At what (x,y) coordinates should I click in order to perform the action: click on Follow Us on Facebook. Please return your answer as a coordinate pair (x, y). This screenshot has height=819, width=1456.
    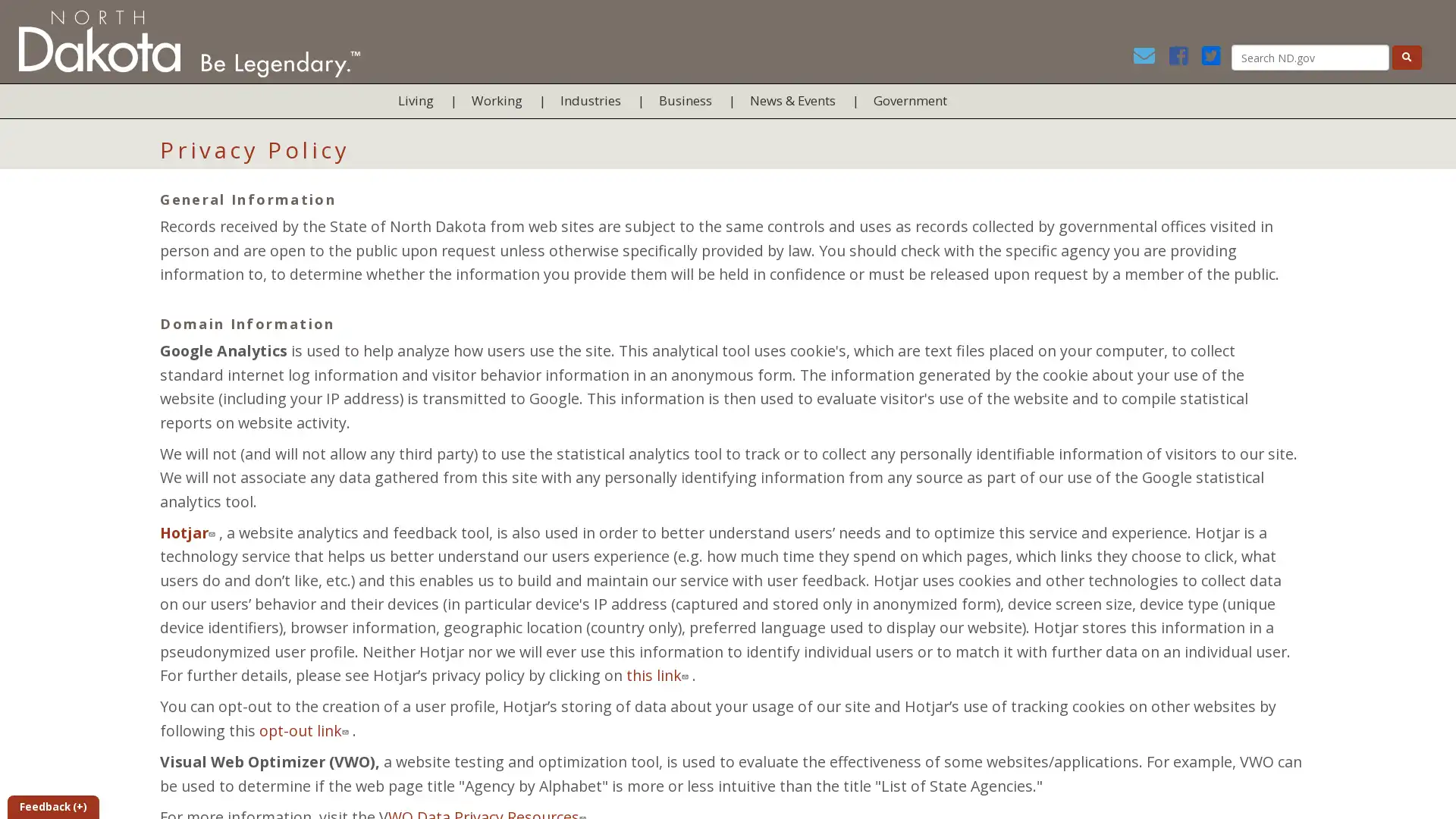
    Looking at the image, I should click on (1182, 58).